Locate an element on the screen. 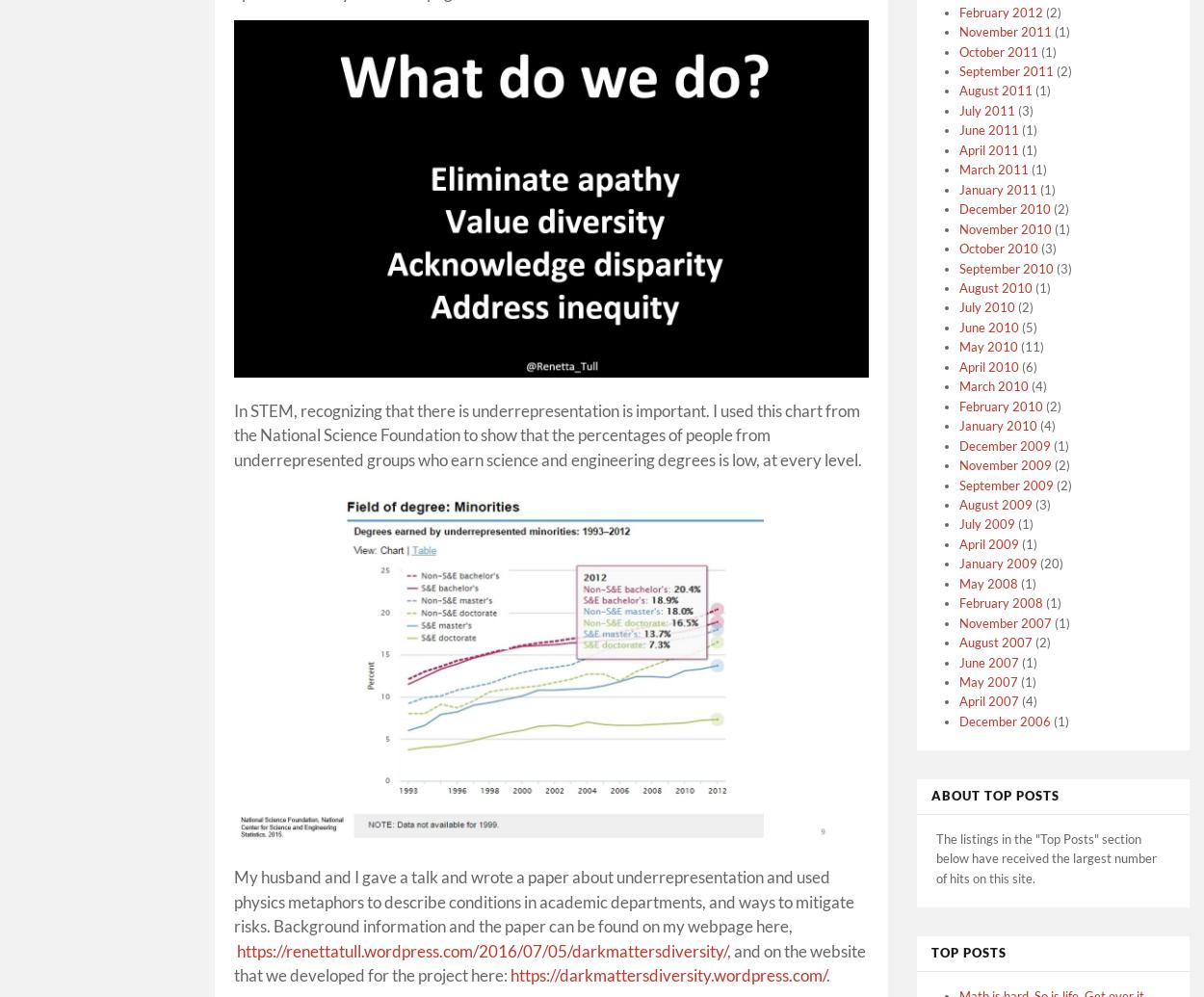 The height and width of the screenshot is (997, 1204). 'January 2009' is located at coordinates (957, 562).